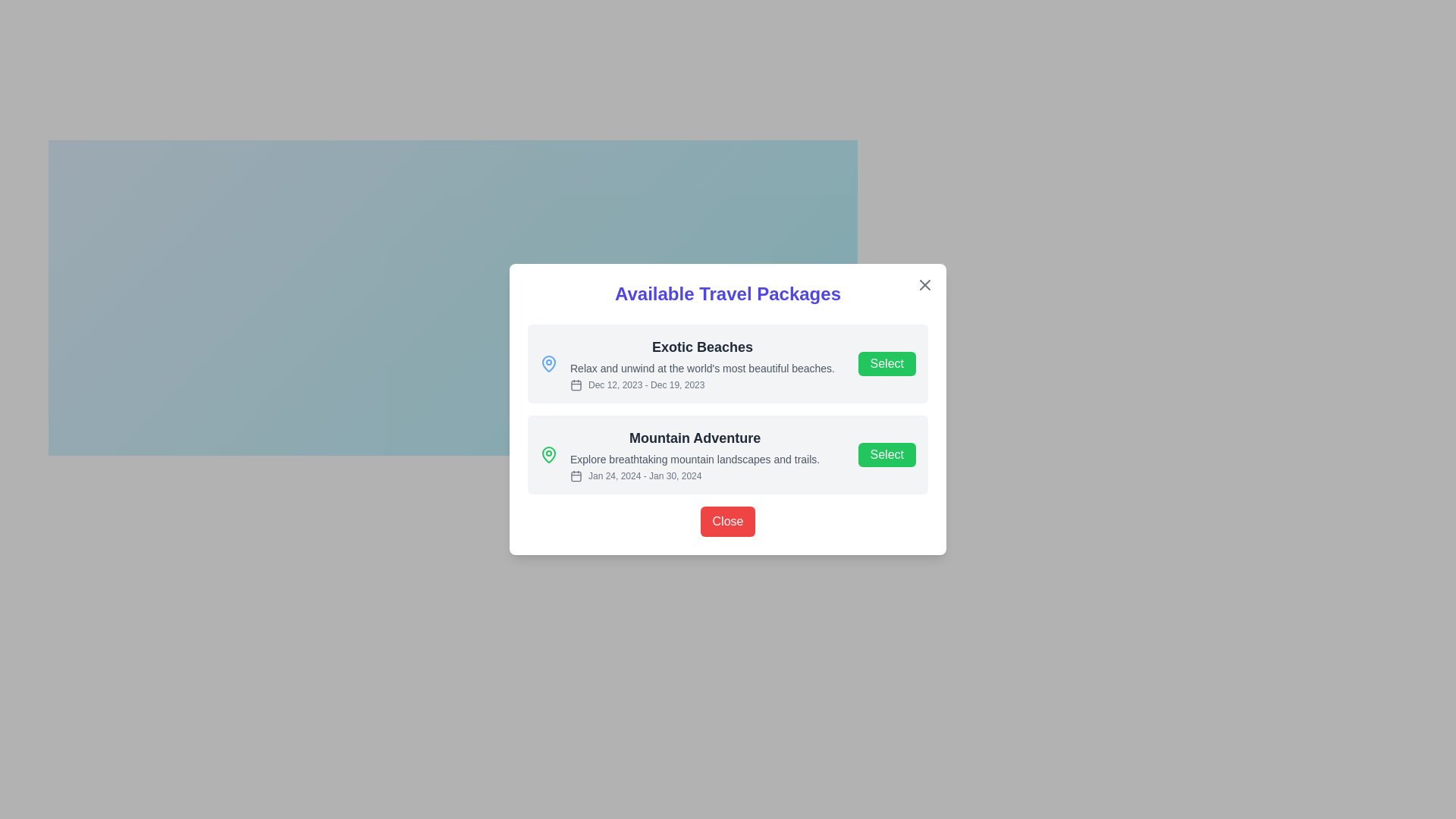 The image size is (1456, 819). What do you see at coordinates (694, 454) in the screenshot?
I see `the Informational Text Block that provides an overview of the travel package located in the modal titled 'Available Travel Packages', situated between 'Exotic Beaches' package and 'Select' button` at bounding box center [694, 454].